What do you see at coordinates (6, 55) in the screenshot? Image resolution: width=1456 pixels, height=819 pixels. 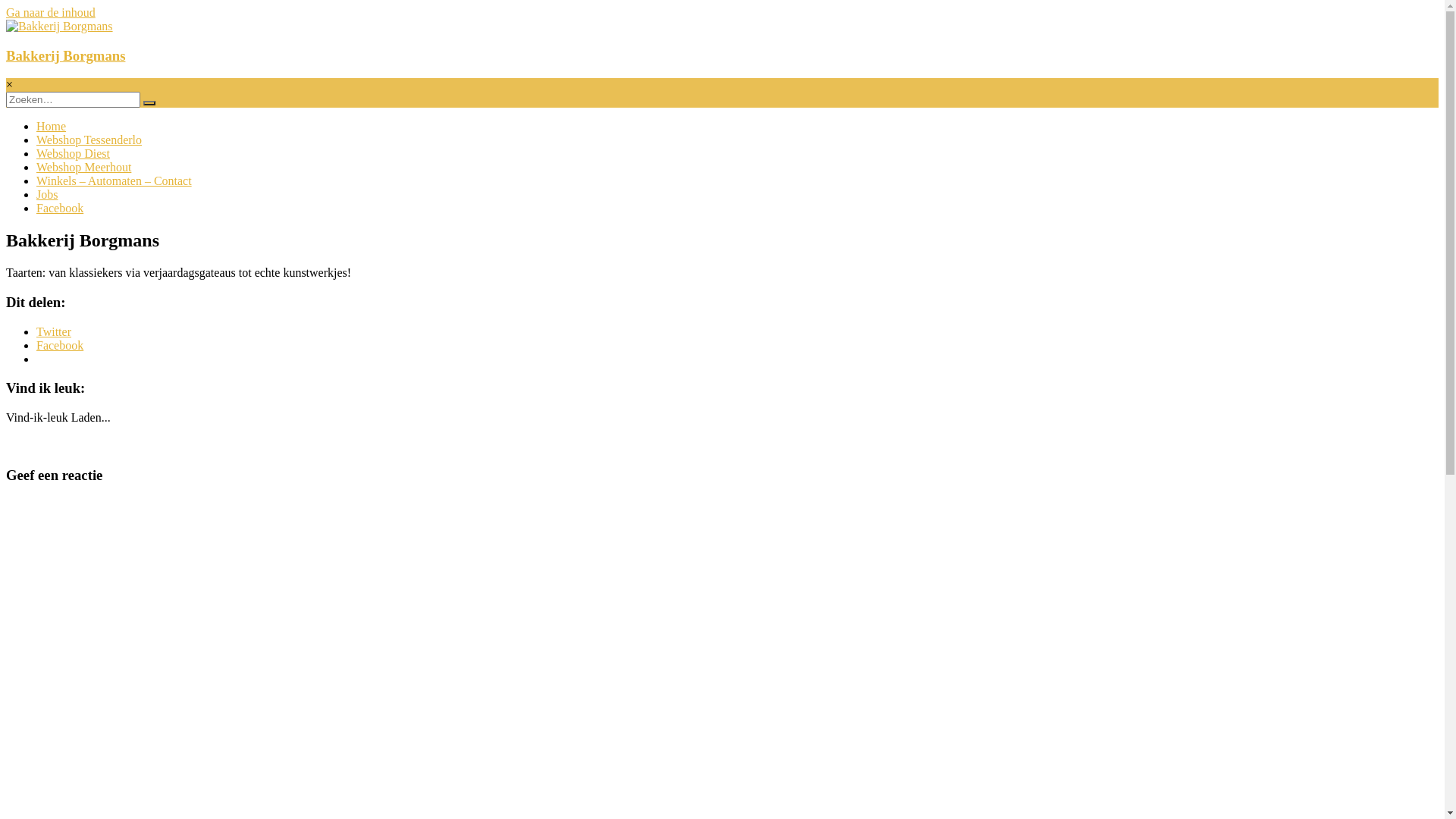 I see `'Bakkerij Borgmans'` at bounding box center [6, 55].